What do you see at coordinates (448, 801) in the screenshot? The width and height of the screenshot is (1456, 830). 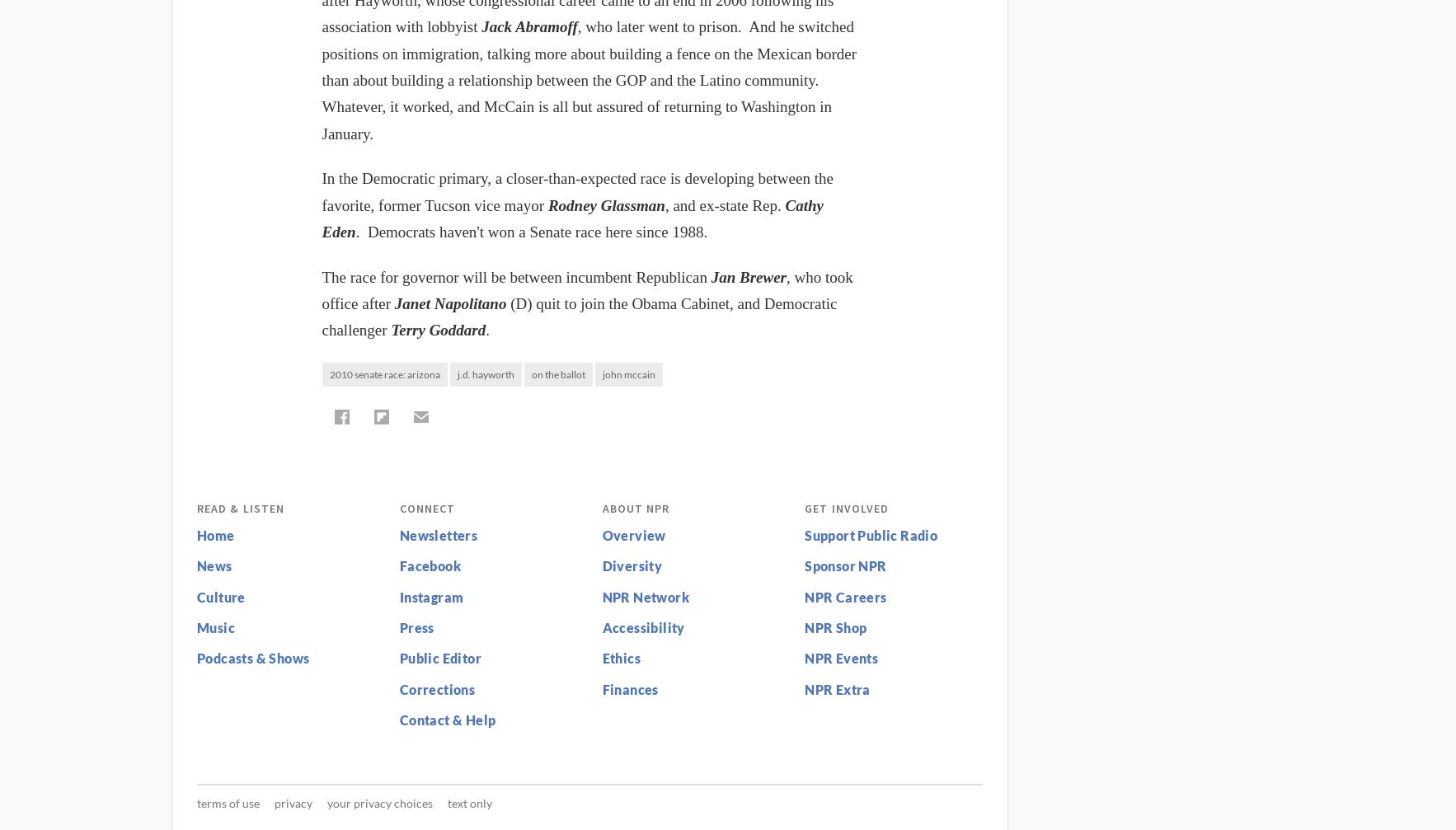 I see `'Text Only'` at bounding box center [448, 801].